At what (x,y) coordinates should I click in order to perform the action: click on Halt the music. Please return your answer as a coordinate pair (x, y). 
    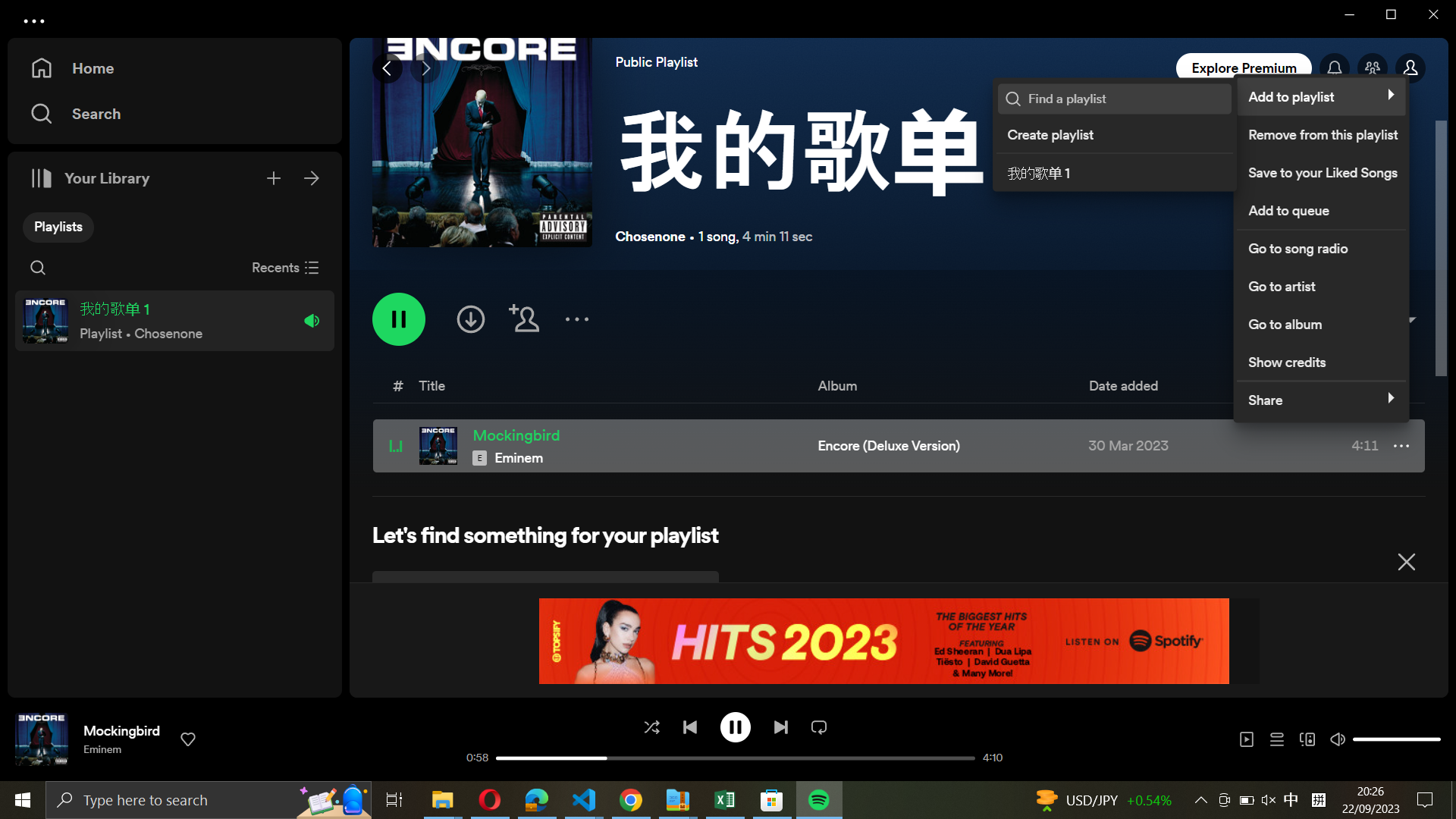
    Looking at the image, I should click on (736, 725).